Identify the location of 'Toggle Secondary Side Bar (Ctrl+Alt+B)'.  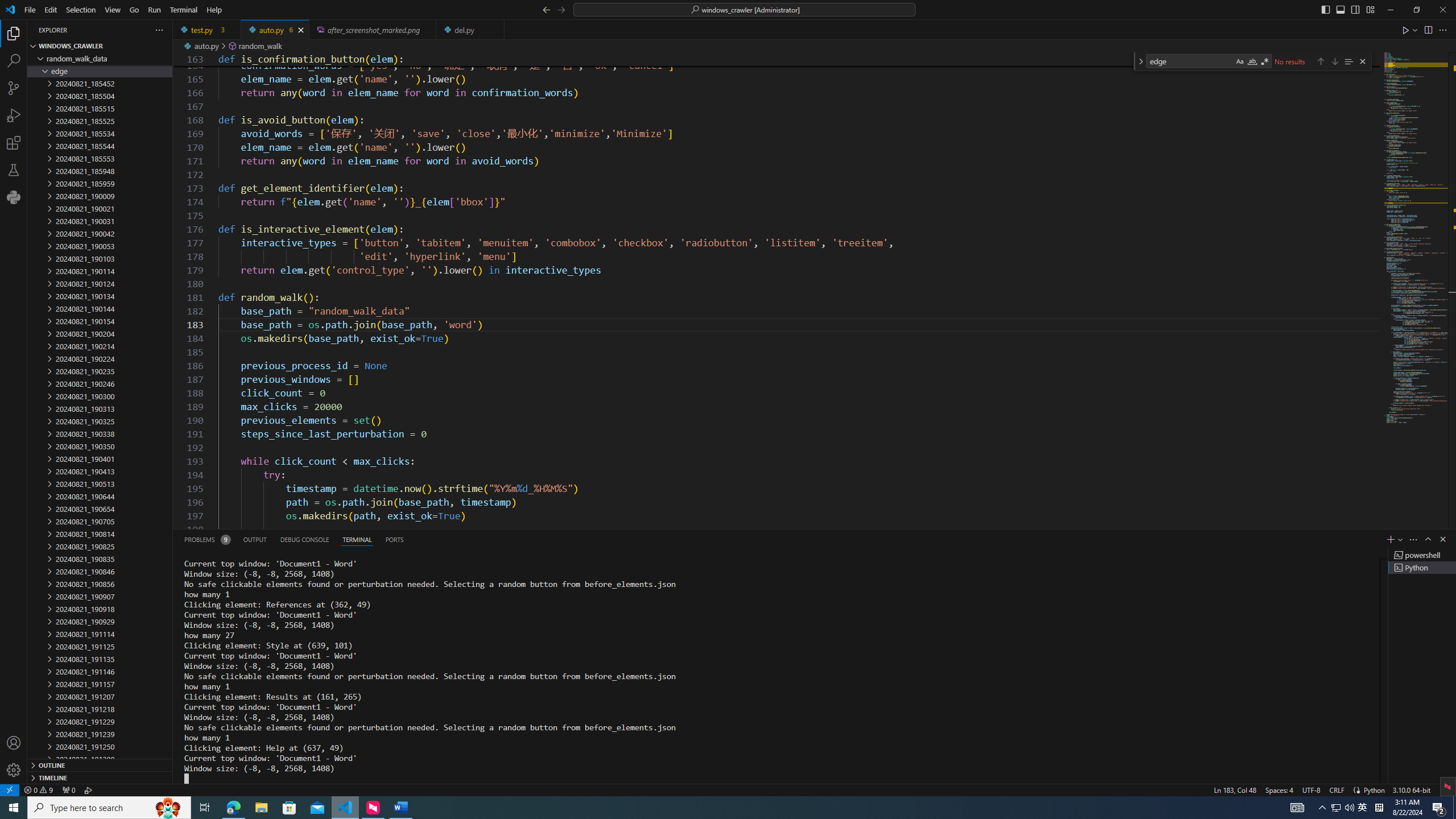
(1355, 9).